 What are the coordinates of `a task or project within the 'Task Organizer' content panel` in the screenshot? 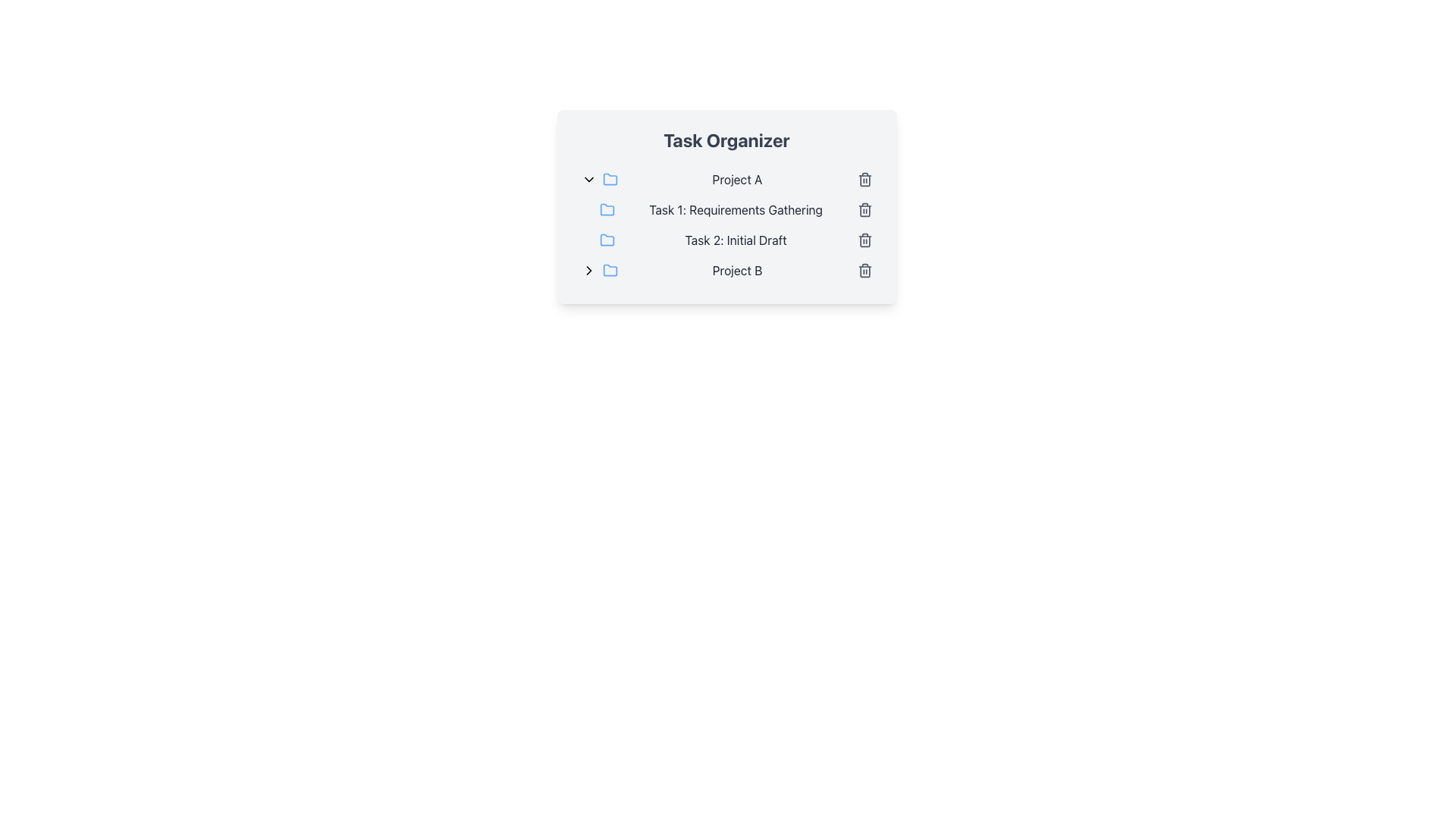 It's located at (726, 207).